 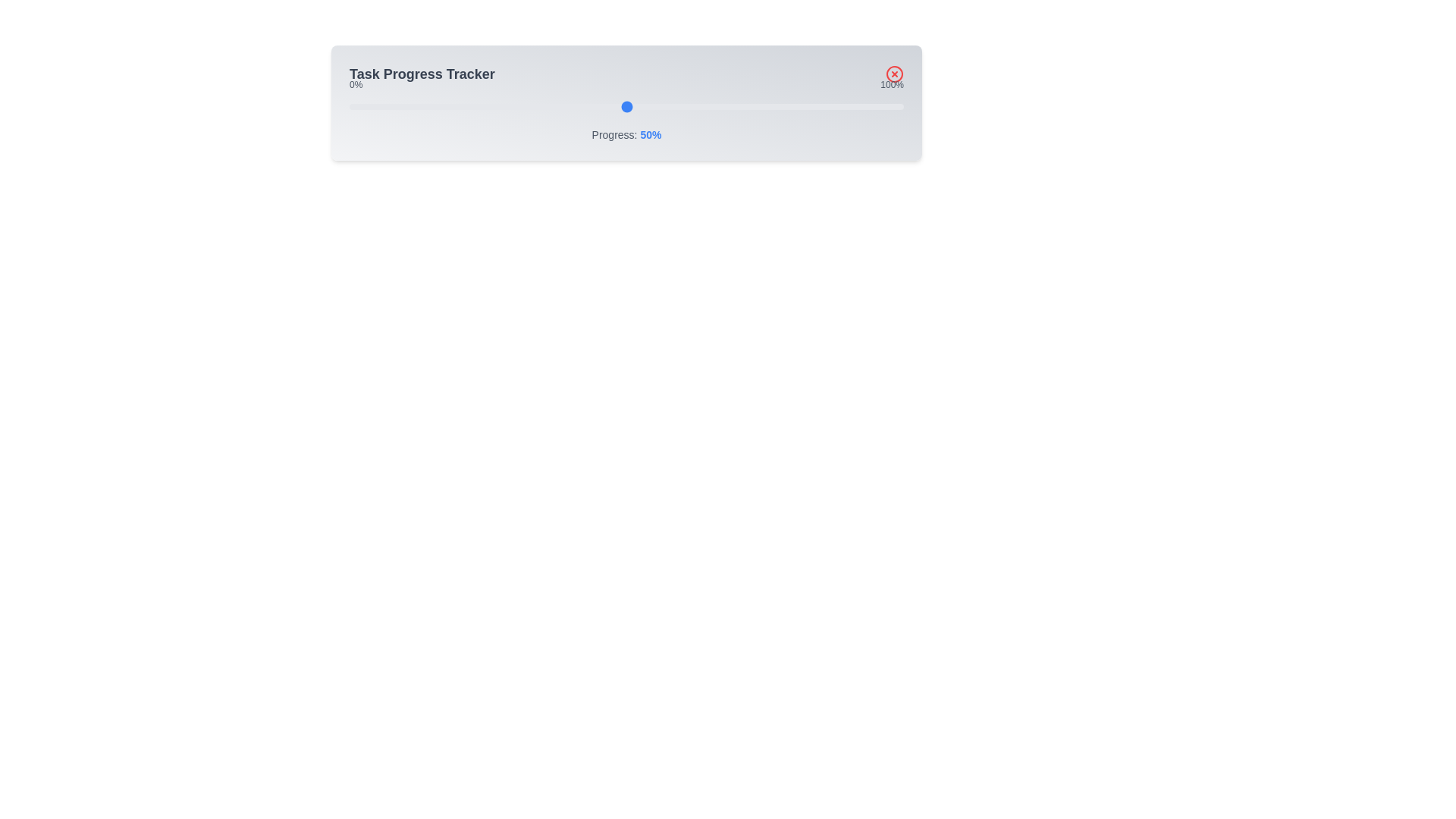 I want to click on the text label displaying '50%' in bold blue font, which is part of the progress tracker labeled 'Progress: 50%' on a light gray background, so click(x=651, y=133).